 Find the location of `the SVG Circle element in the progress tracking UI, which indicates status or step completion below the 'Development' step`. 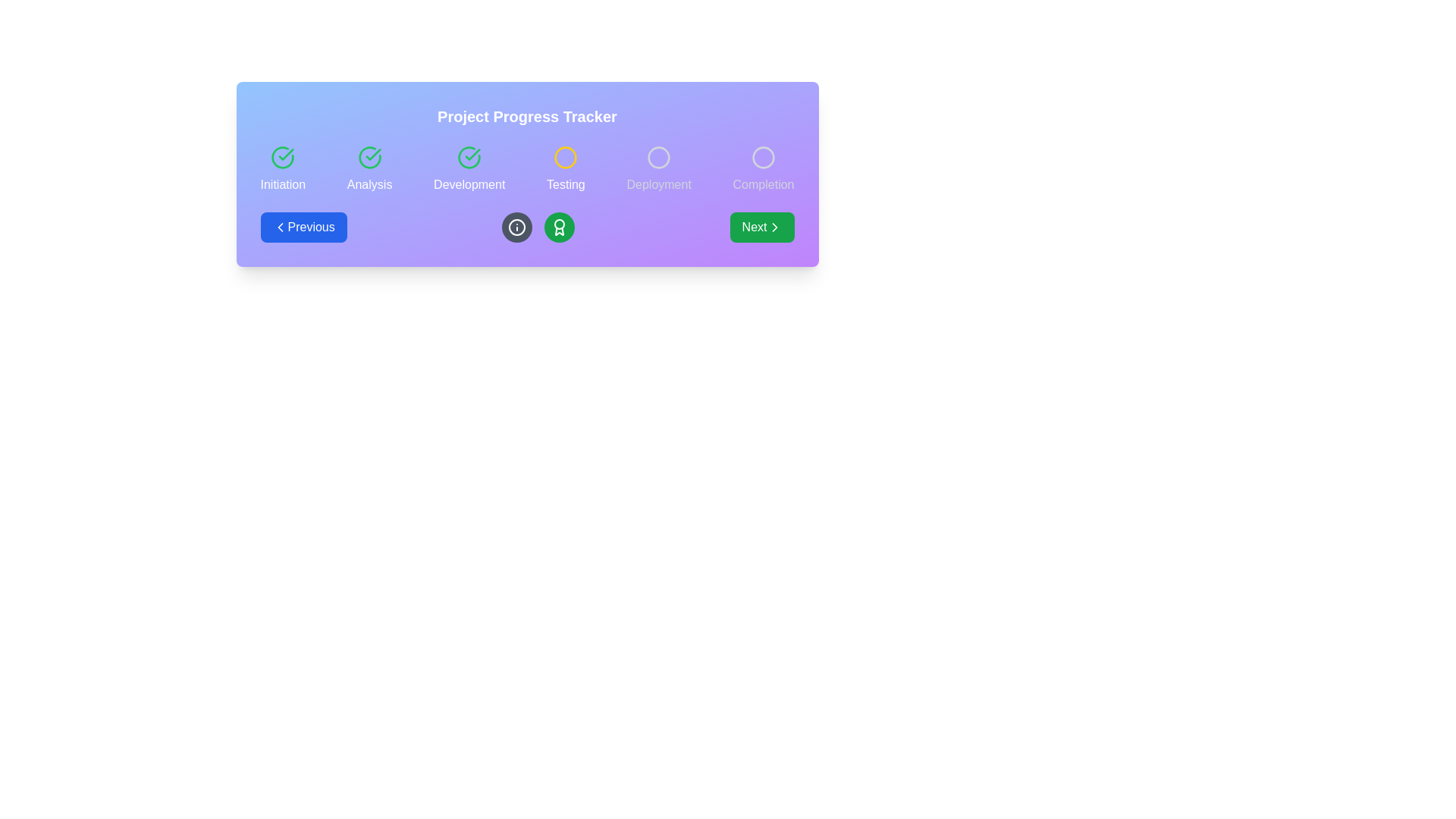

the SVG Circle element in the progress tracking UI, which indicates status or step completion below the 'Development' step is located at coordinates (517, 227).